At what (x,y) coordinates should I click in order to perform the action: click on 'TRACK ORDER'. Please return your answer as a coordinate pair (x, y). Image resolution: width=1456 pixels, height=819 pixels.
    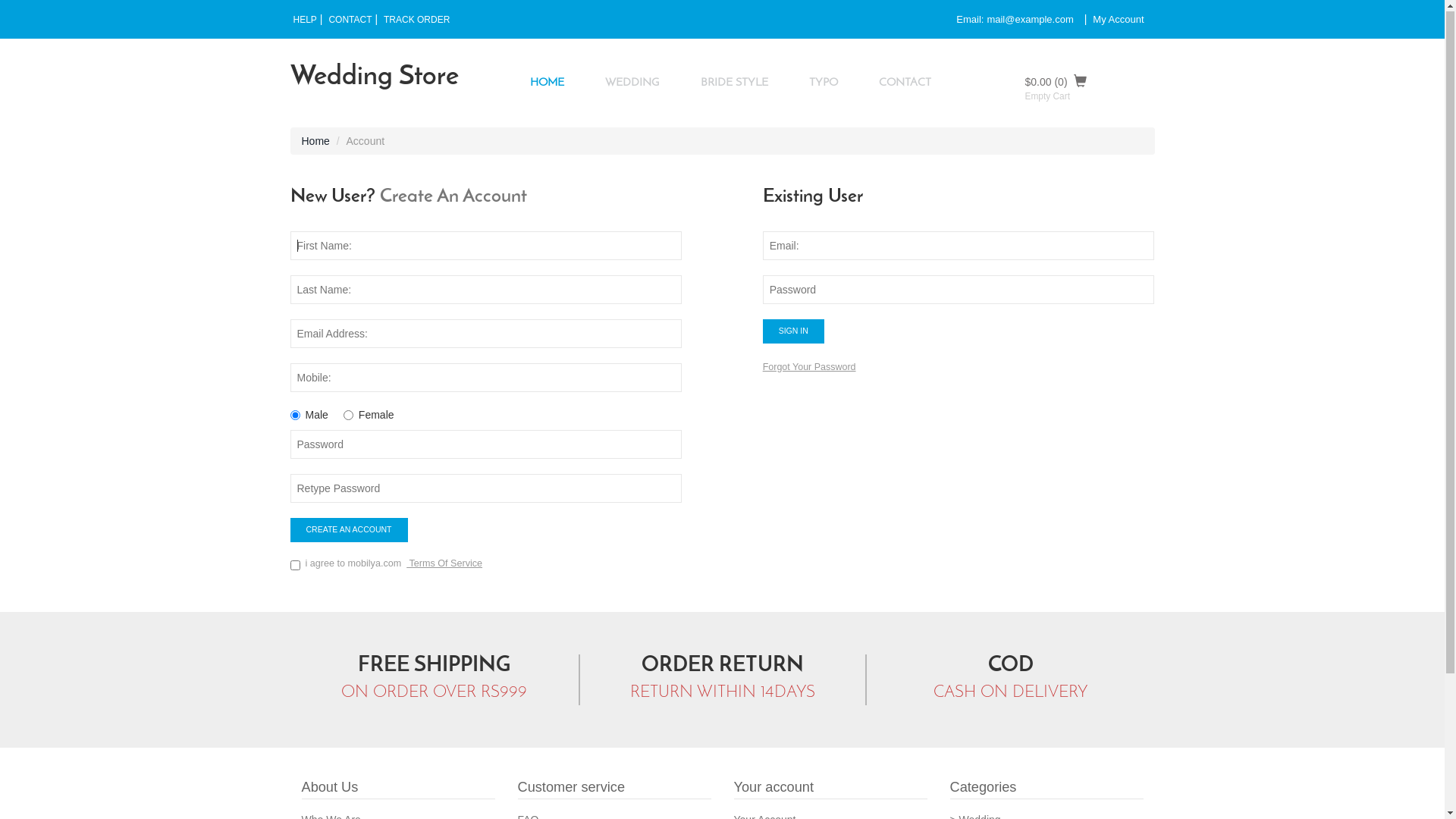
    Looking at the image, I should click on (416, 20).